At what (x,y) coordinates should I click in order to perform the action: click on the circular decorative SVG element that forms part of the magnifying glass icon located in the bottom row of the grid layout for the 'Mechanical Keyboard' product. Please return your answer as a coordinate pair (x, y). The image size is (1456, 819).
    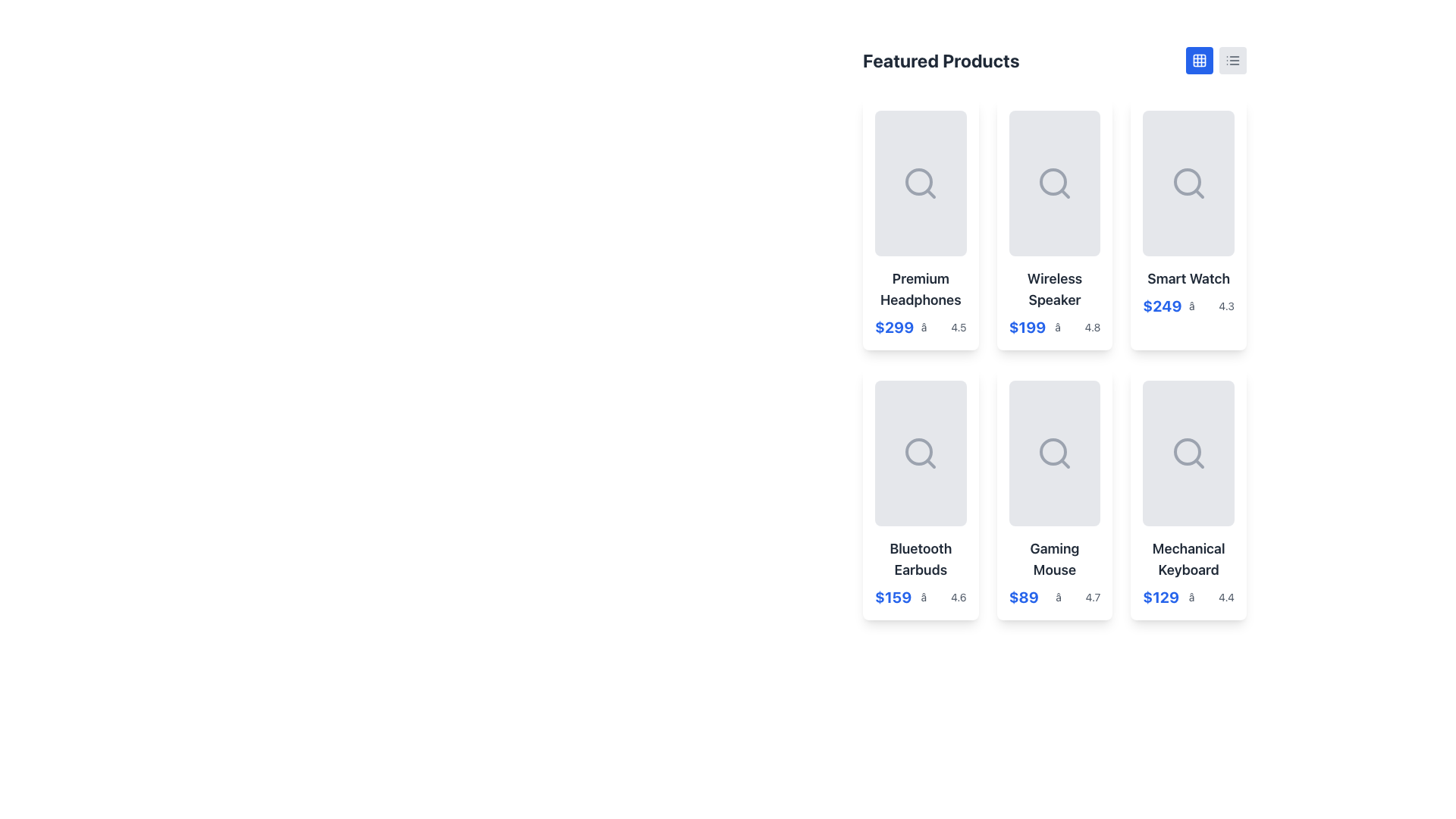
    Looking at the image, I should click on (1186, 451).